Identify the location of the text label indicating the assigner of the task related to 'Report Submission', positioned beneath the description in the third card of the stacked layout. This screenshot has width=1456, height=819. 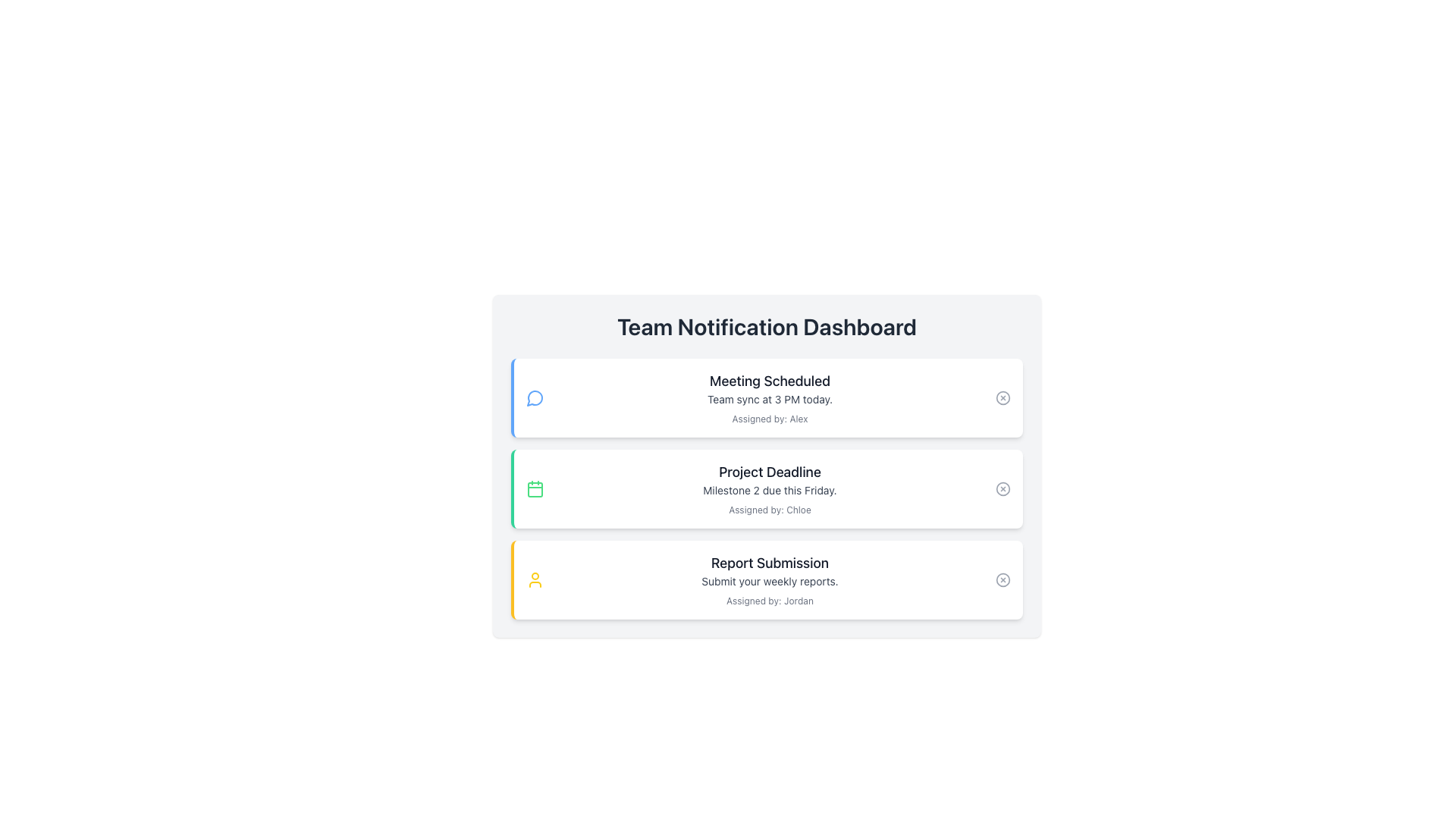
(770, 601).